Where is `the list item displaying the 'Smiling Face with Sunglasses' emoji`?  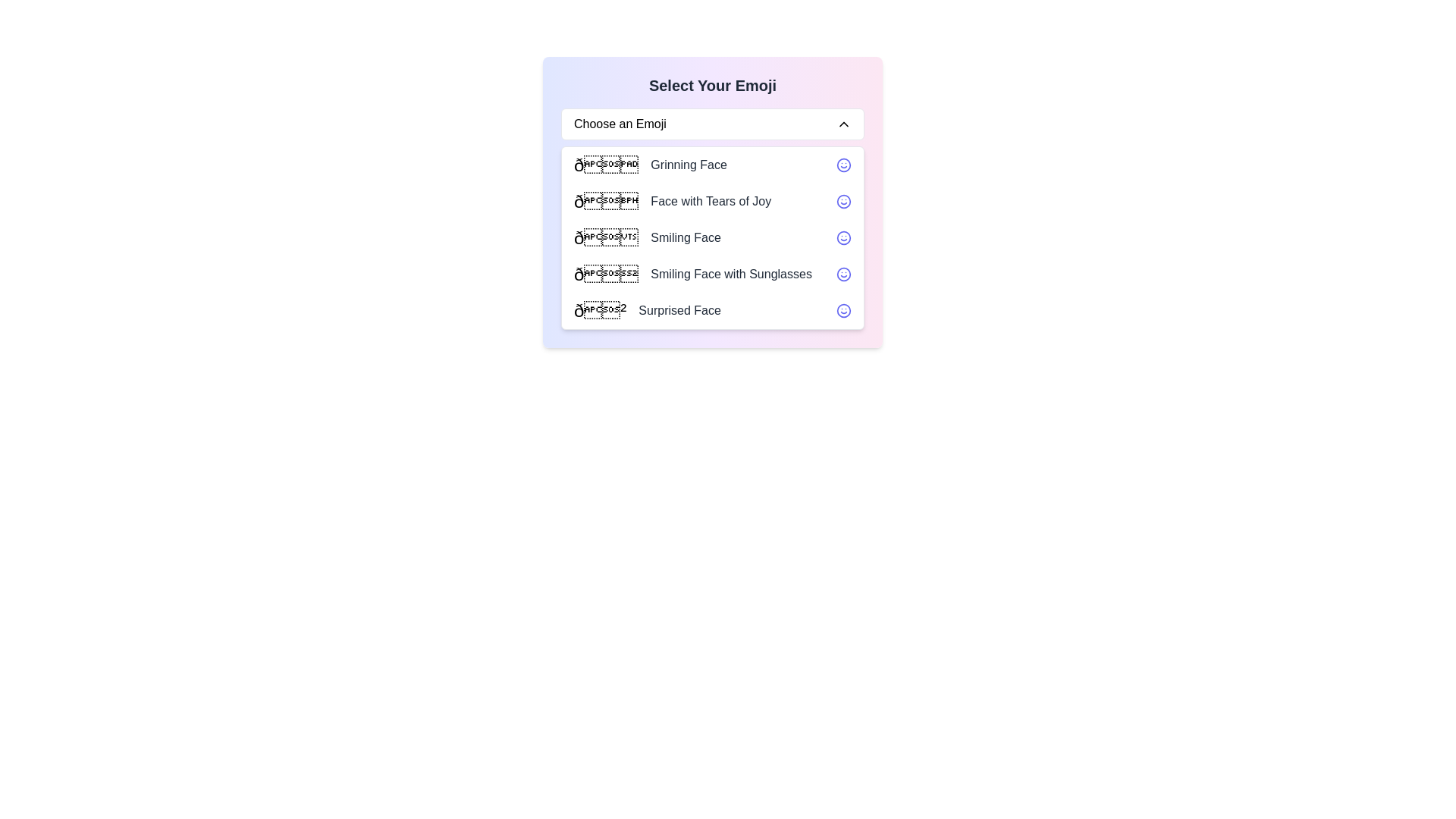
the list item displaying the 'Smiling Face with Sunglasses' emoji is located at coordinates (692, 275).